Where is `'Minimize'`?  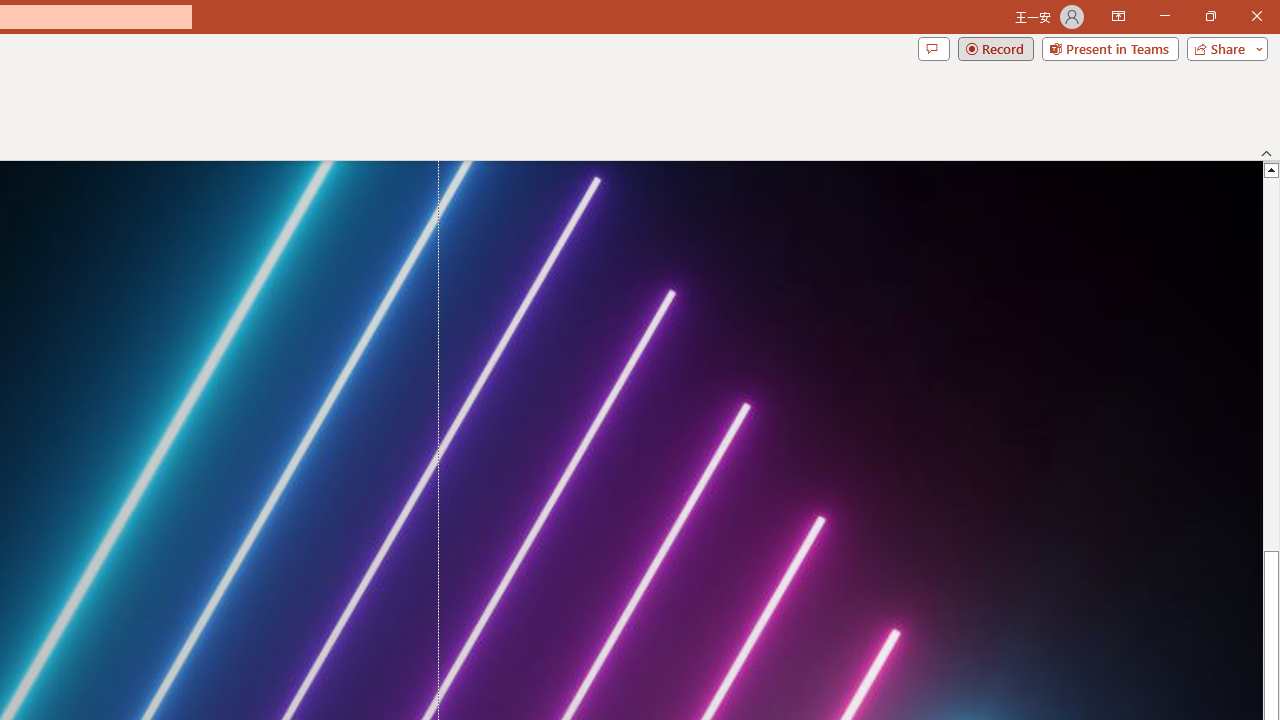 'Minimize' is located at coordinates (1164, 16).